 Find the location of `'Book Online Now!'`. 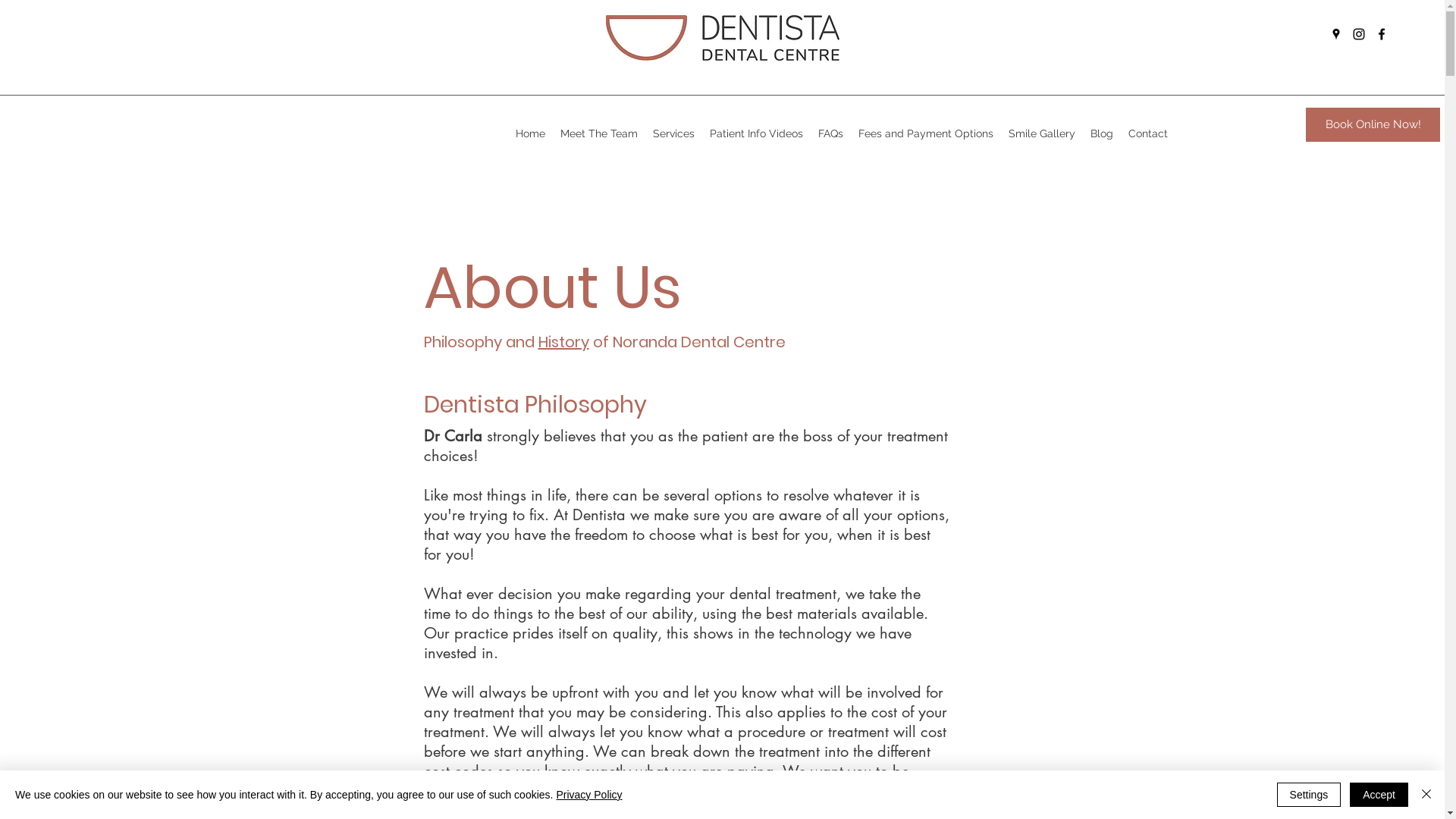

'Book Online Now!' is located at coordinates (1373, 124).